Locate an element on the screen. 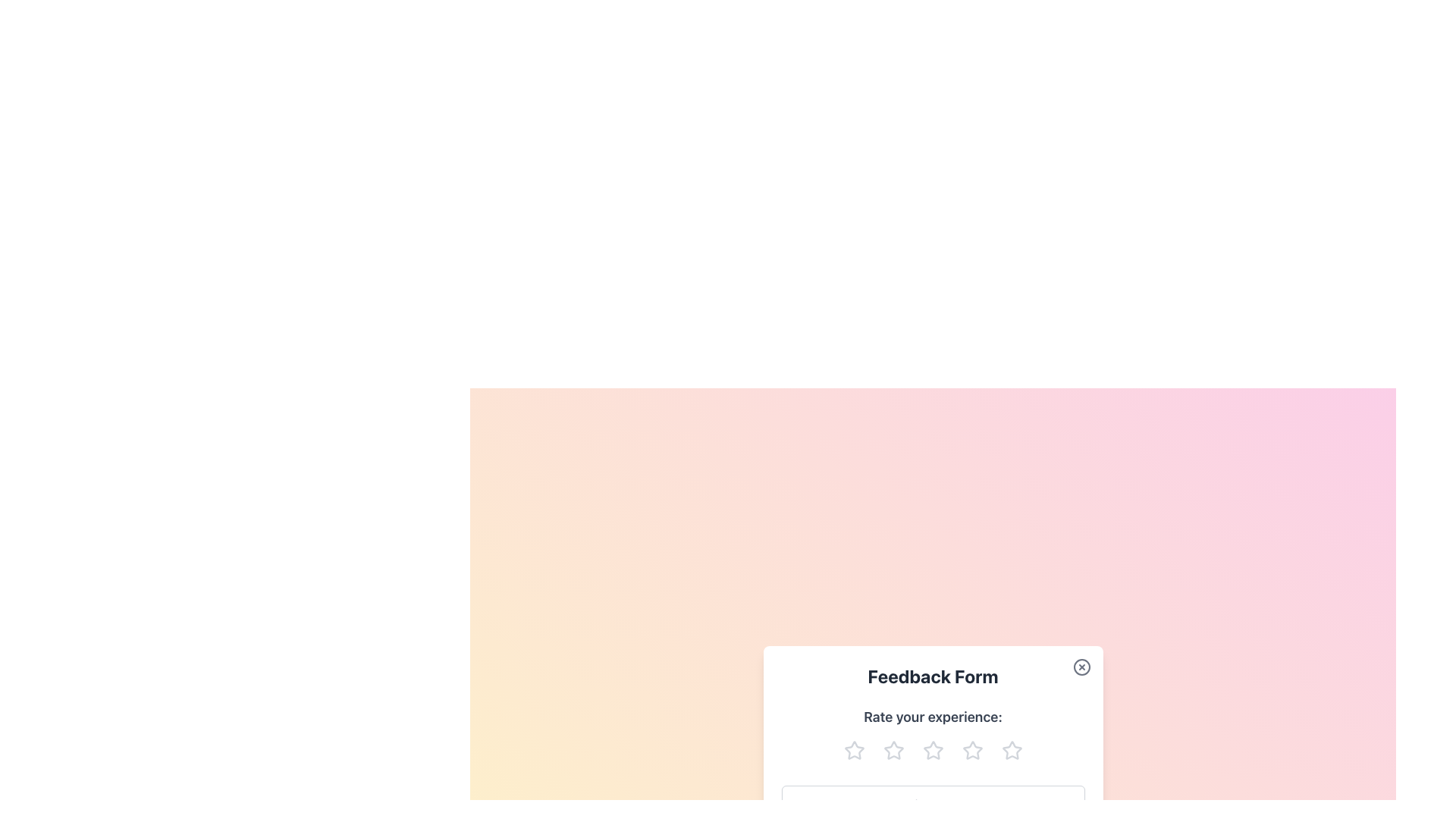 This screenshot has width=1456, height=819. the second star-shaped icon in the rating system is located at coordinates (893, 751).